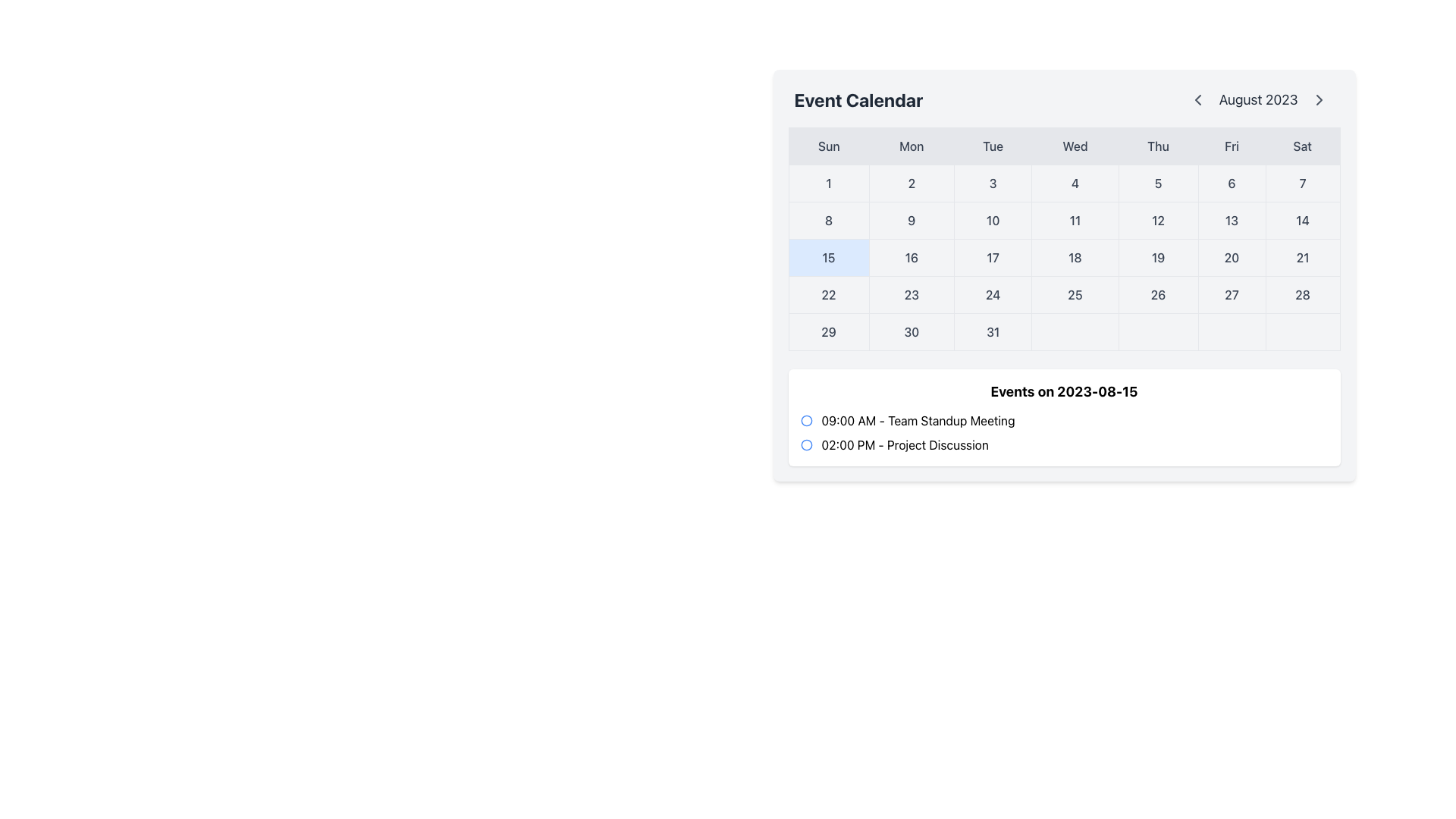 This screenshot has width=1456, height=819. Describe the element at coordinates (1063, 444) in the screenshot. I see `the list item titled 'Project Discussion' which is the second item in the event listing for 'Events on 2023-08-15'` at that location.